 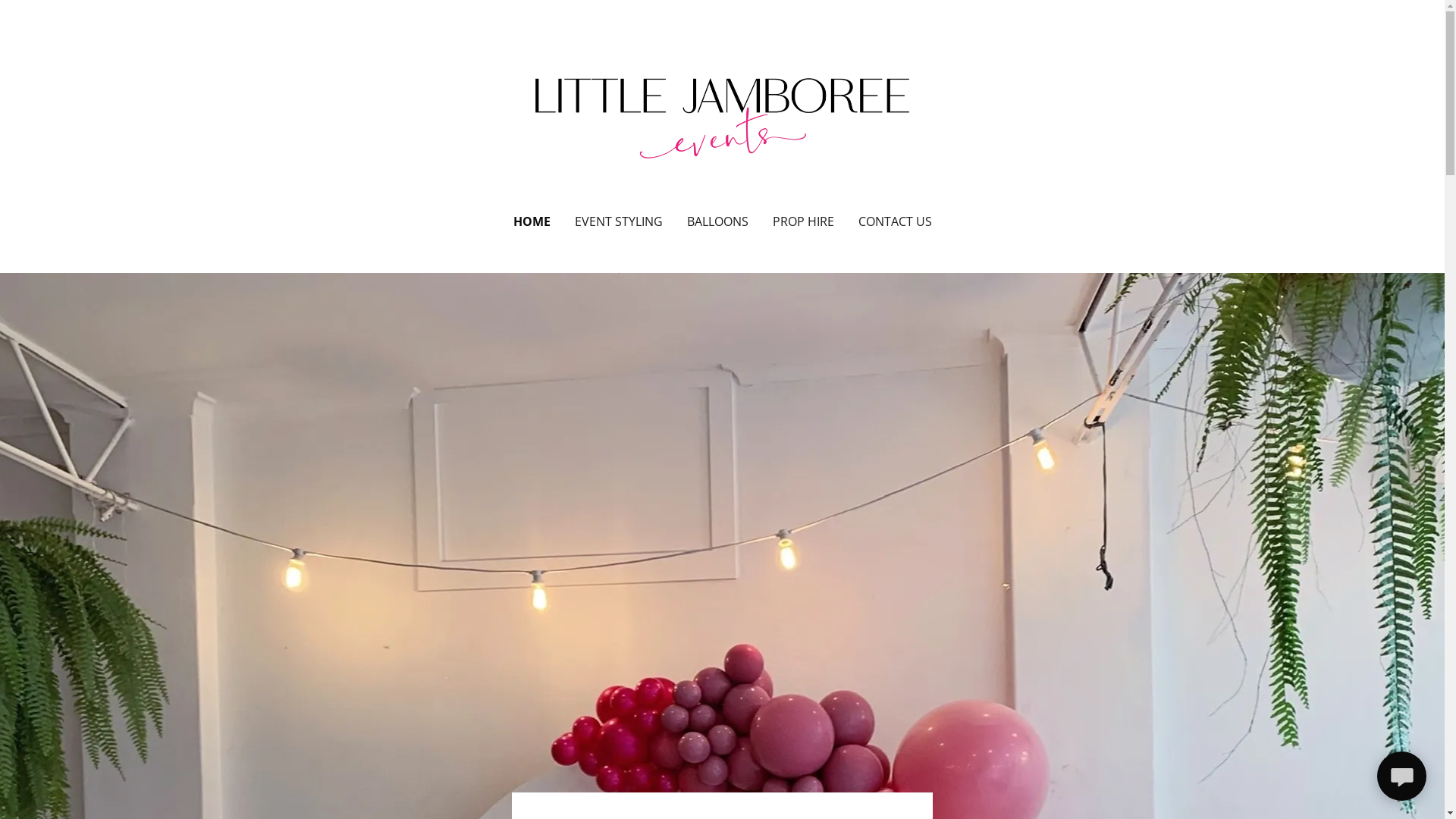 What do you see at coordinates (513, 221) in the screenshot?
I see `'HOME'` at bounding box center [513, 221].